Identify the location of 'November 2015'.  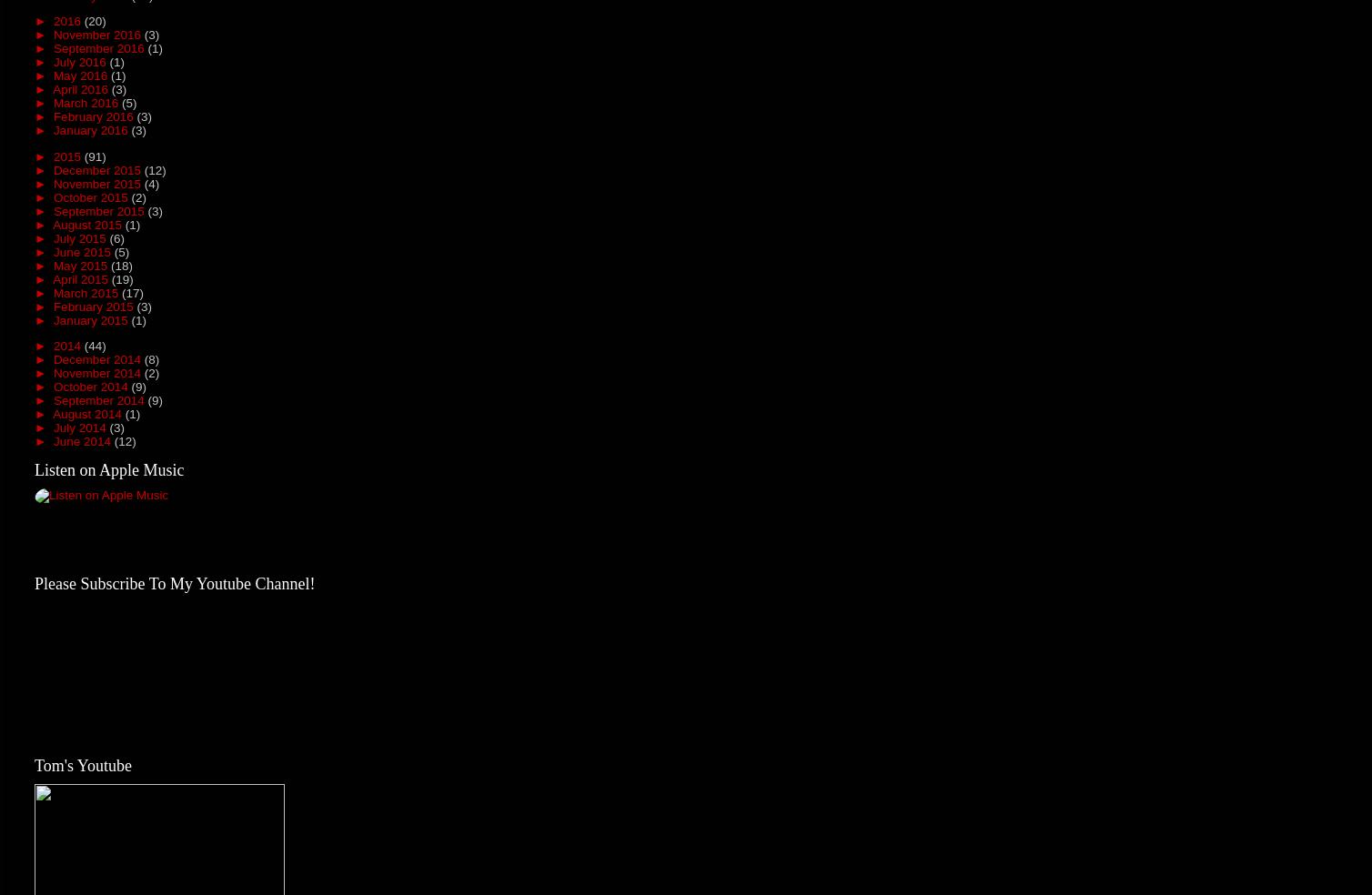
(97, 183).